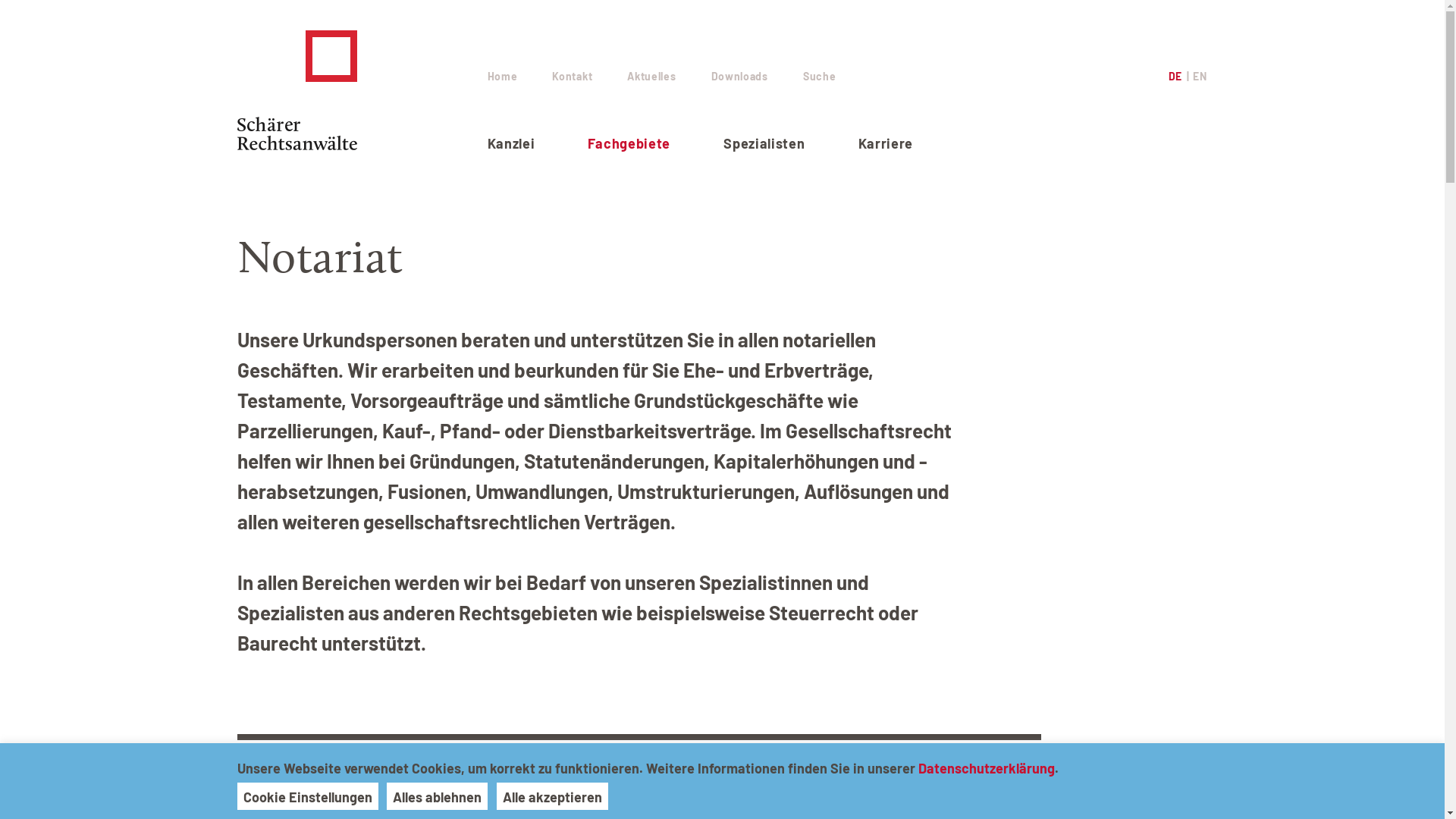  What do you see at coordinates (1174, 76) in the screenshot?
I see `'DE'` at bounding box center [1174, 76].